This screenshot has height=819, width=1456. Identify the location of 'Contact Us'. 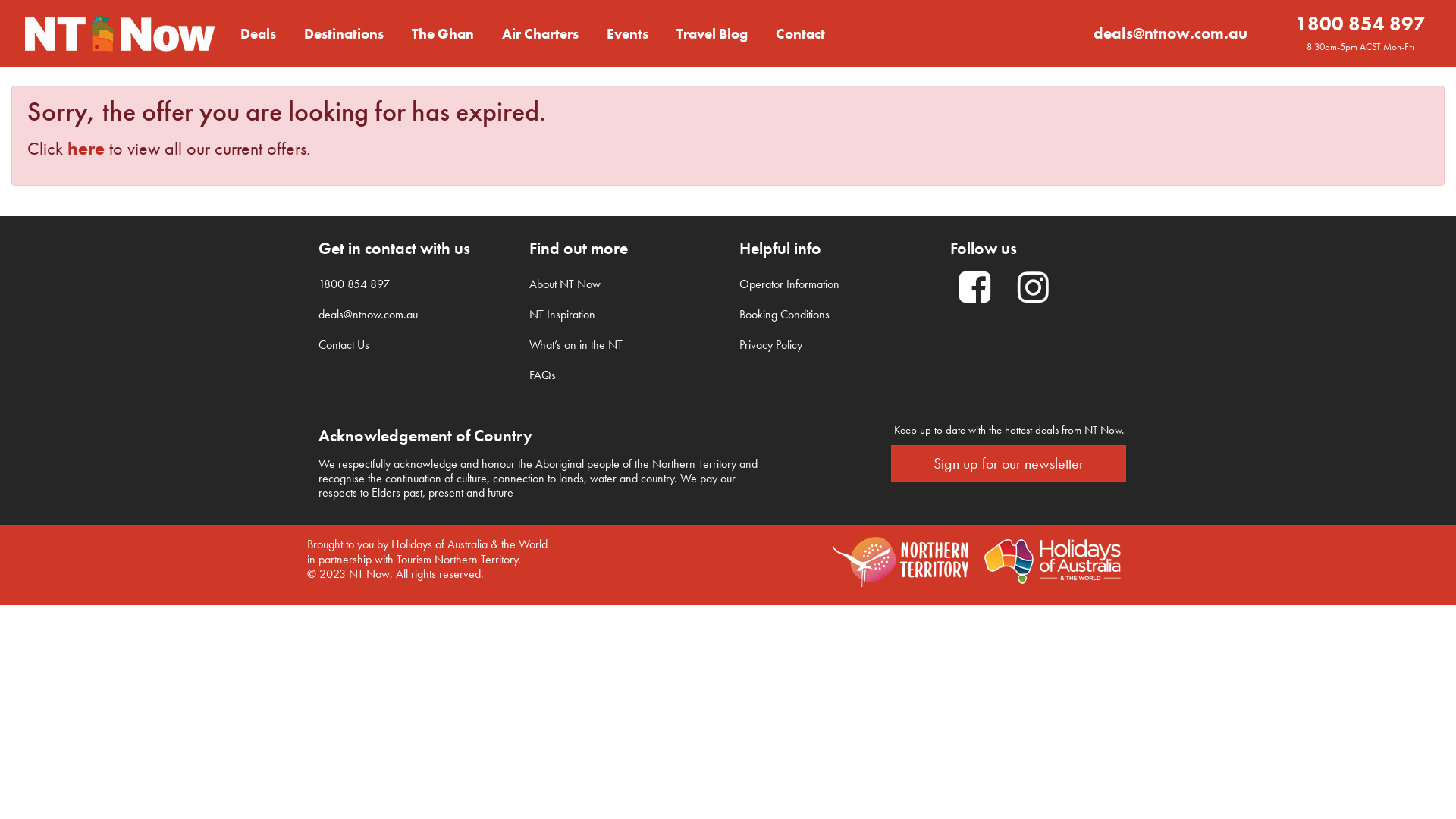
(343, 344).